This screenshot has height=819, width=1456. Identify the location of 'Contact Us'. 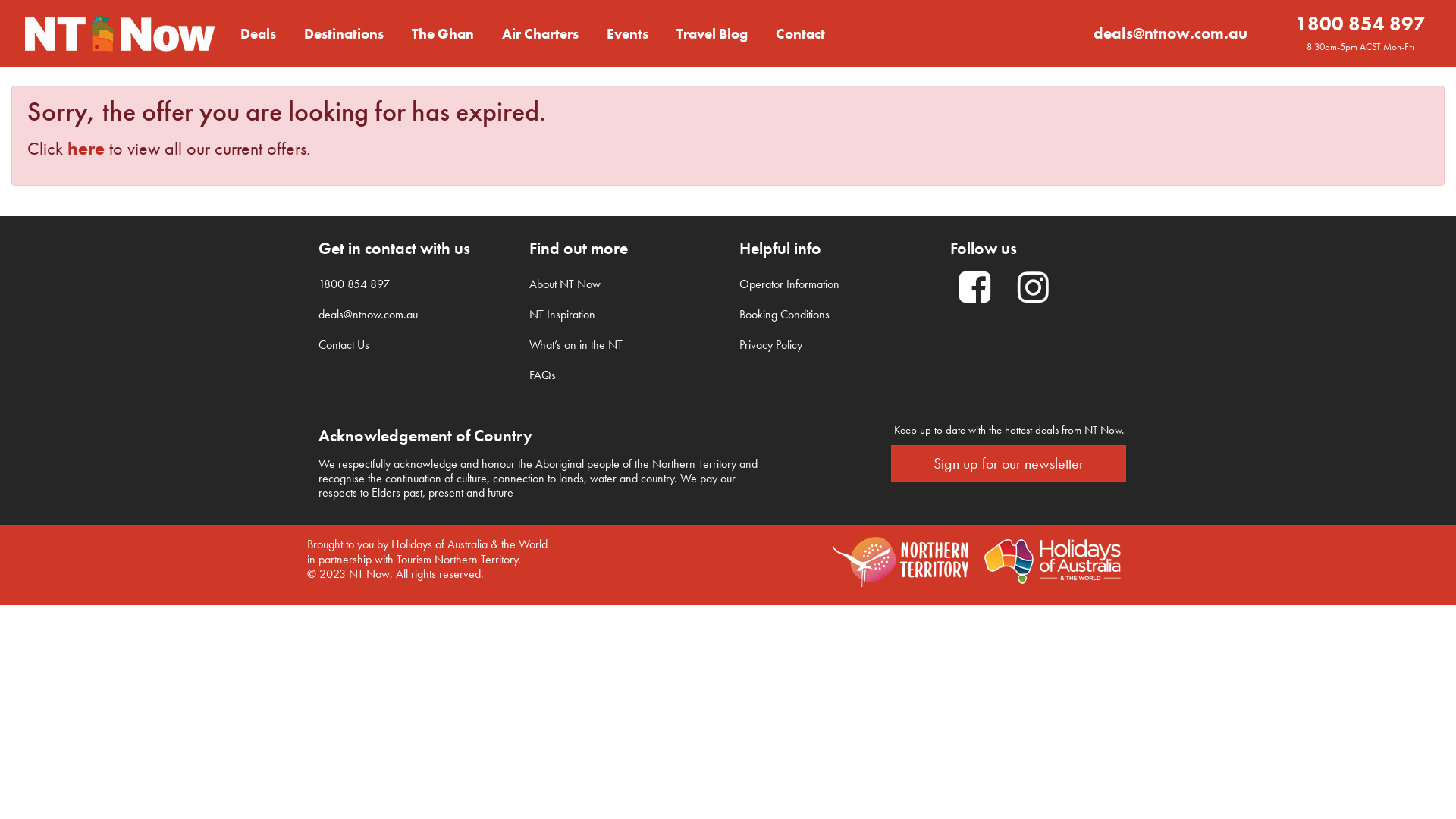
(343, 344).